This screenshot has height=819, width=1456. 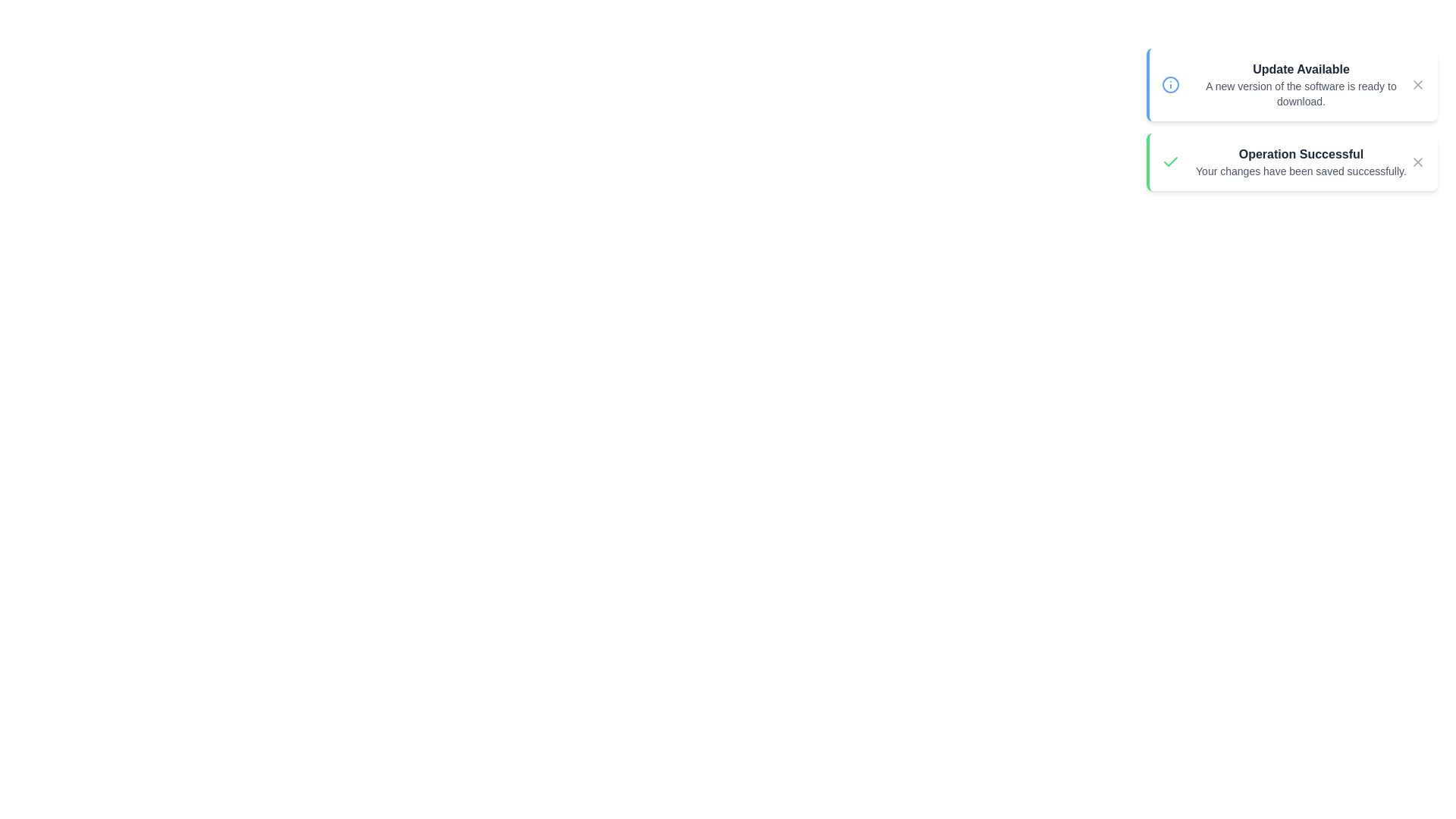 I want to click on the text display that provides a notification about the availability of a software update, located in the first notification card at the top-right of the interface, so click(x=1301, y=84).